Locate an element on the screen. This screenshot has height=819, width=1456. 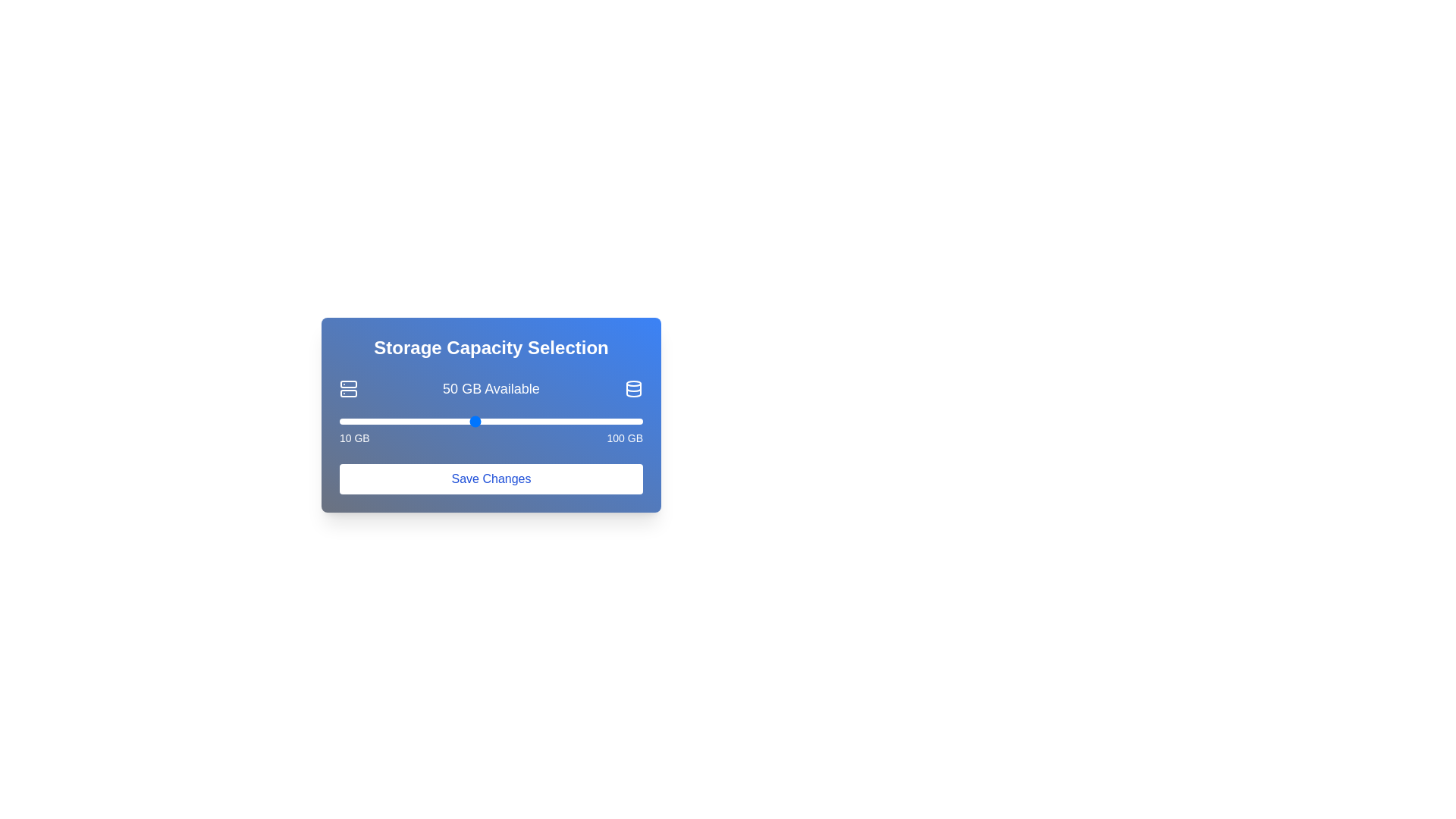
the storage slider to set the storage capacity to 33 GB is located at coordinates (417, 421).